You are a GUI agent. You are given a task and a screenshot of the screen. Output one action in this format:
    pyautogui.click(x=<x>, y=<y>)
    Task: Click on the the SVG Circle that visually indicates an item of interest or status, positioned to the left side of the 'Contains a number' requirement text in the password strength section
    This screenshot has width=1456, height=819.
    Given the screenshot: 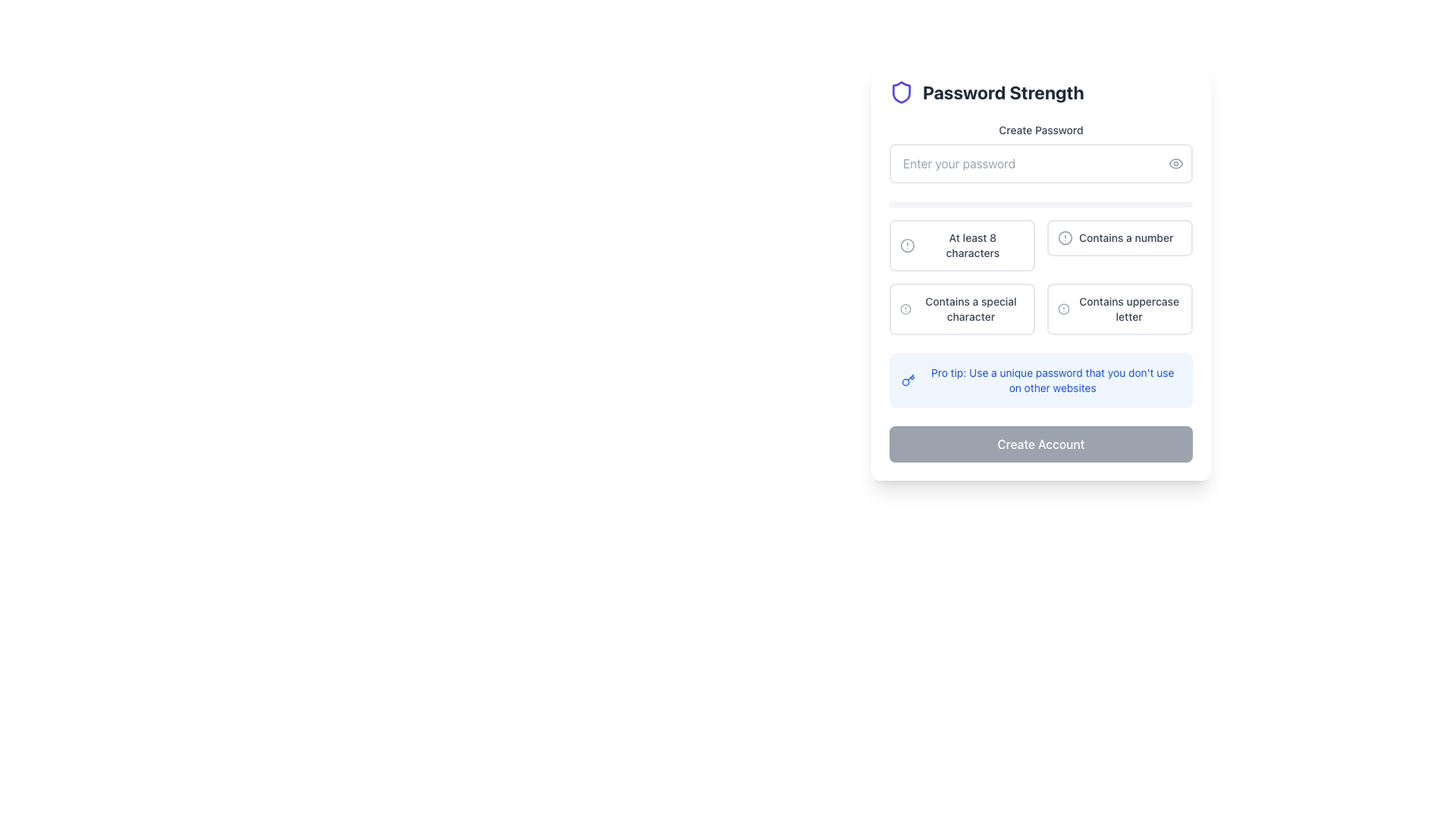 What is the action you would take?
    pyautogui.click(x=1065, y=237)
    